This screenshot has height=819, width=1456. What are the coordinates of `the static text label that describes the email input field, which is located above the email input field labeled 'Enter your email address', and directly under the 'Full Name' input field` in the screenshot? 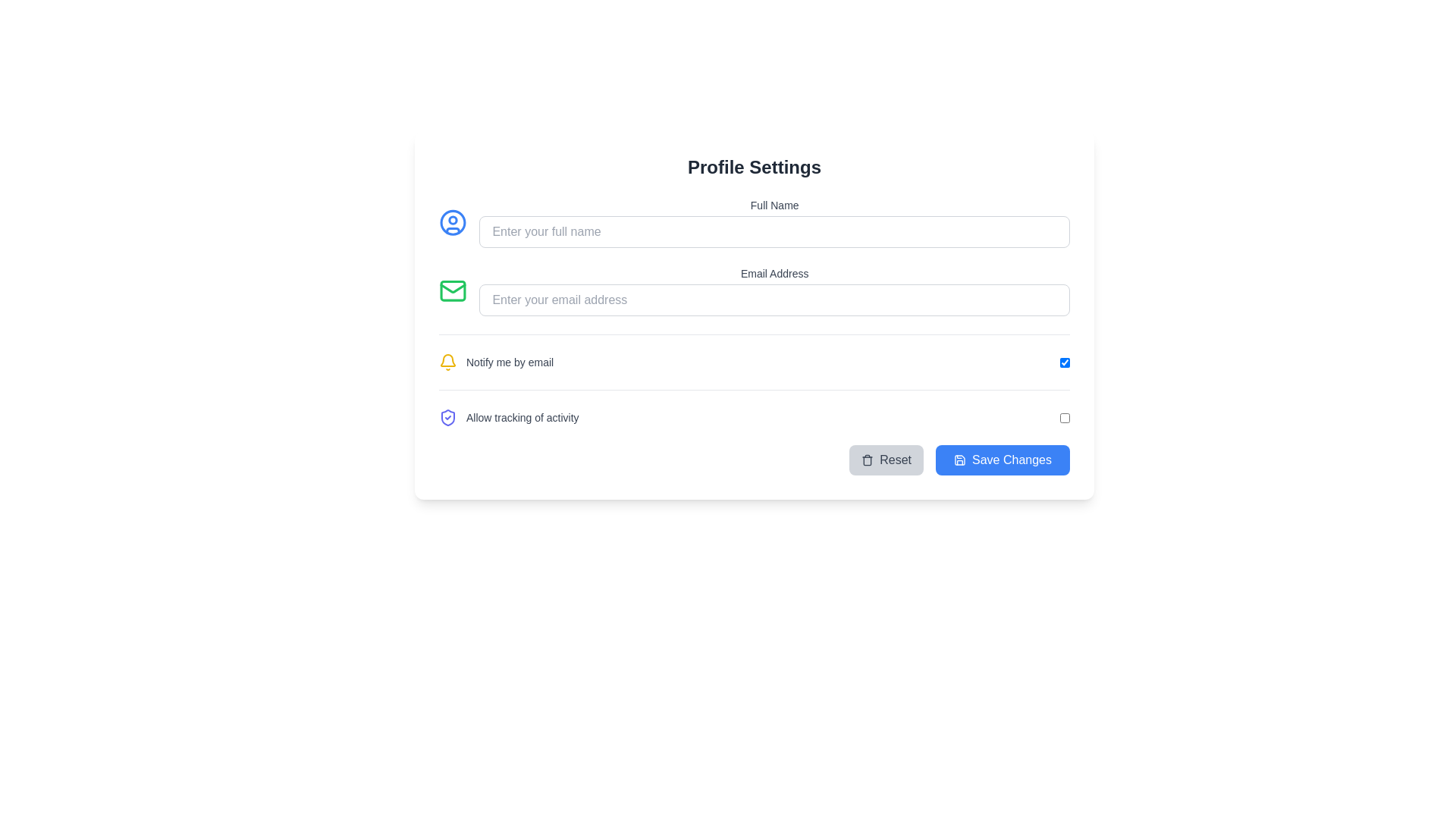 It's located at (774, 274).